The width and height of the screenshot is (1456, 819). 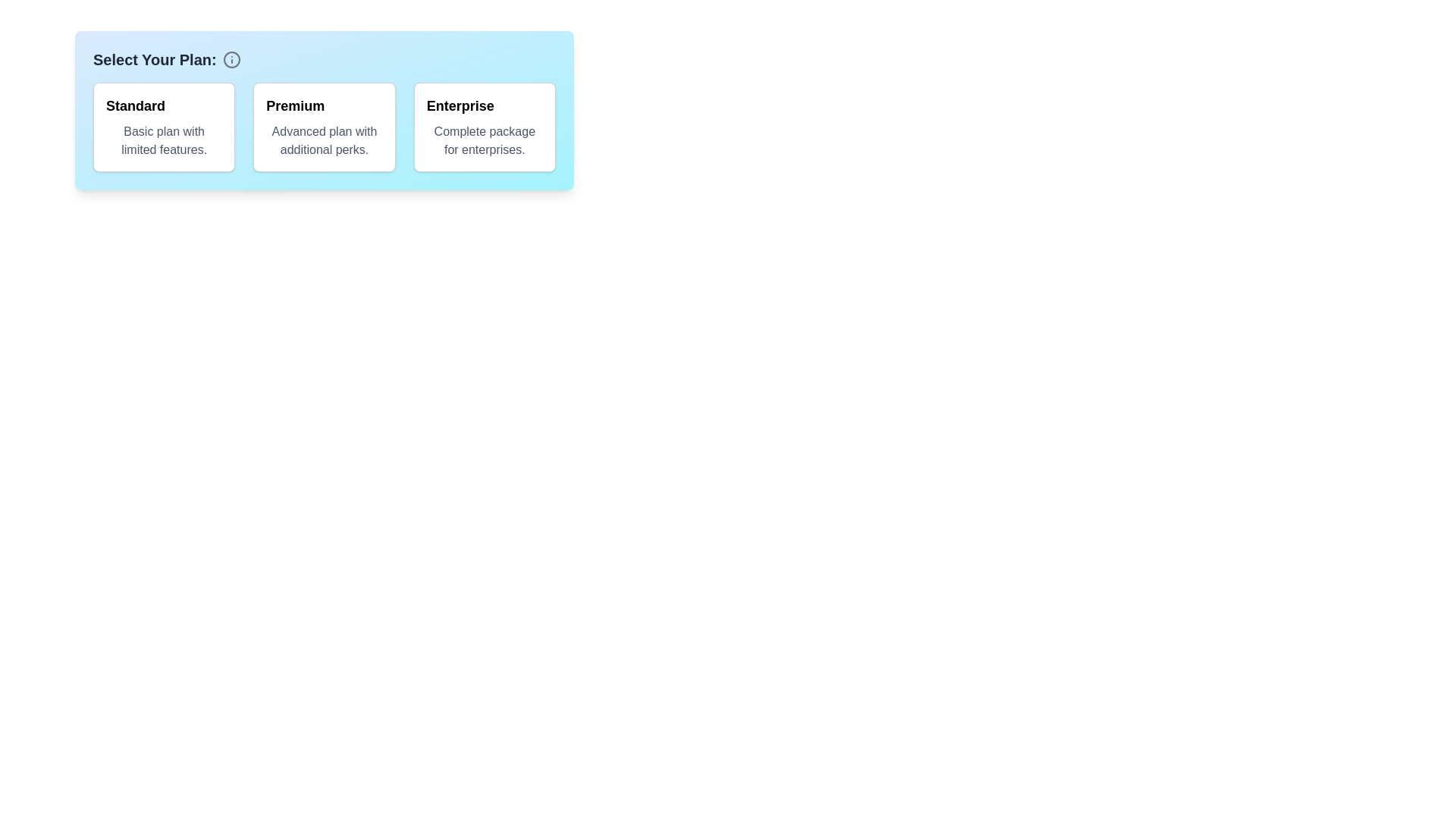 I want to click on text of the heading 'Enterprise' styled in bold within the third choice card under 'Select Your Plan', so click(x=460, y=105).